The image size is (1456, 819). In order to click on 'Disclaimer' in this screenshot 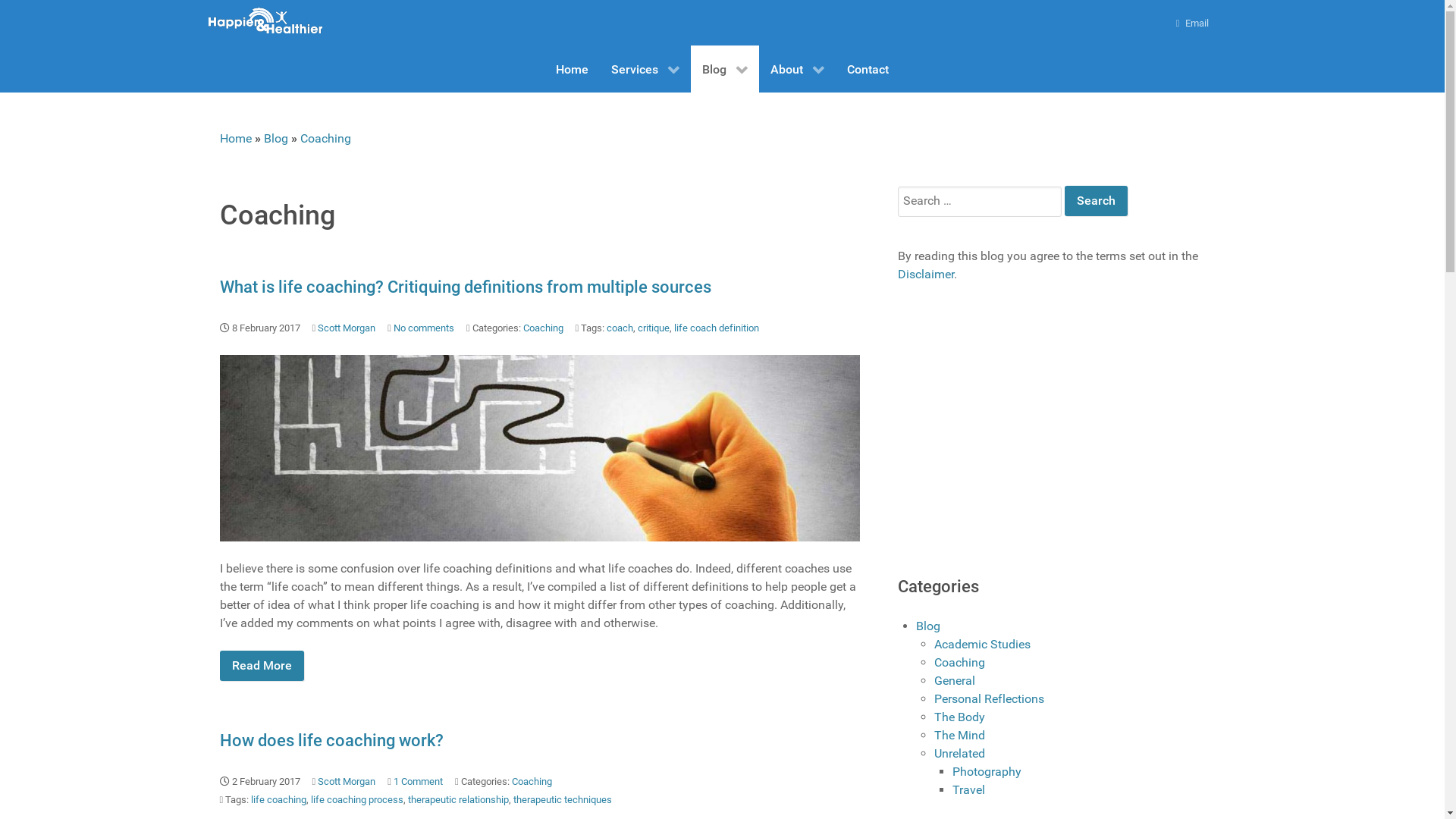, I will do `click(924, 274)`.